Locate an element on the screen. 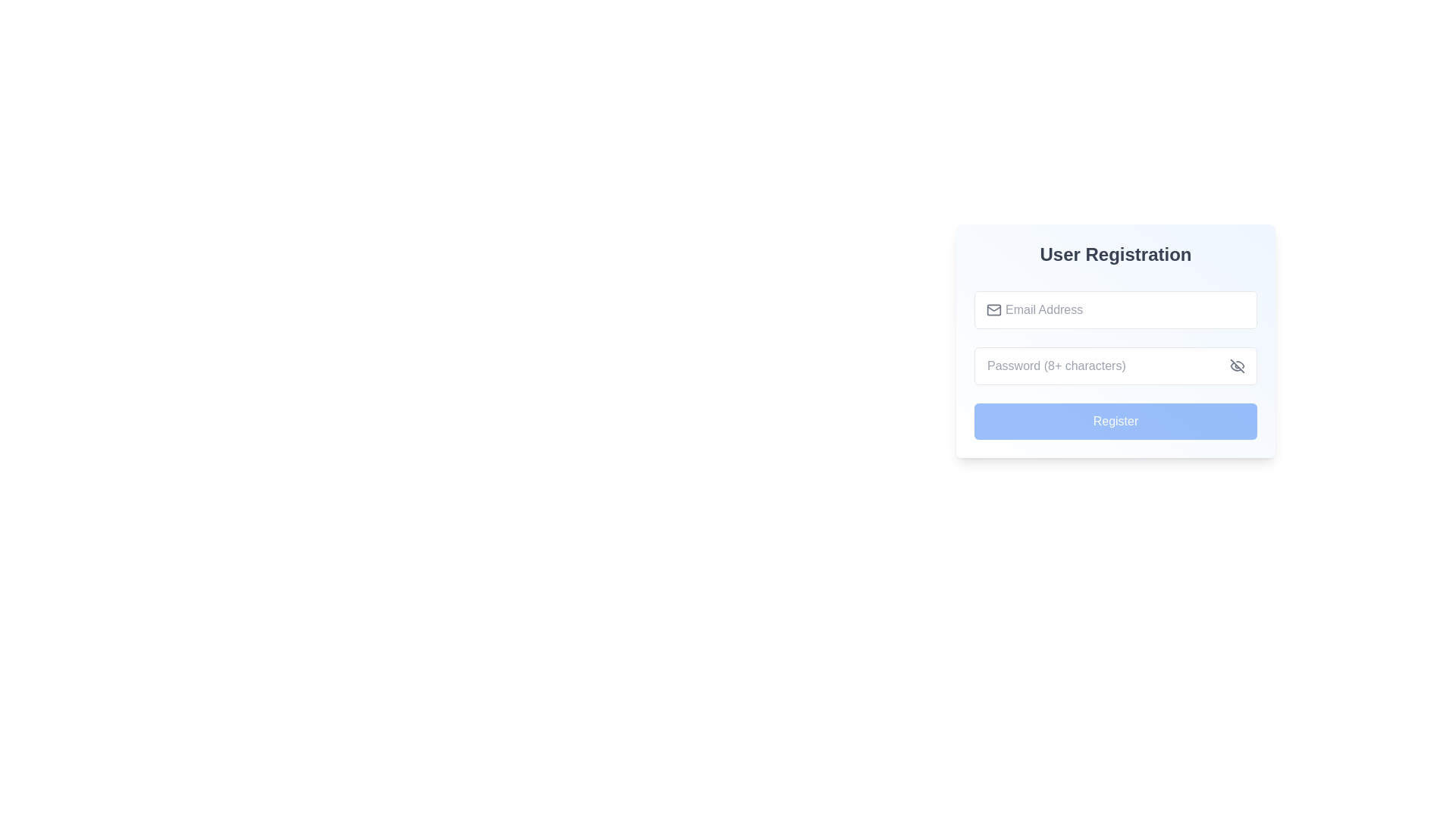 The height and width of the screenshot is (819, 1456). the Header text element that indicates the purpose of the user registration section, located at the top of the vertically aligned list within the card-like UI module is located at coordinates (1116, 253).